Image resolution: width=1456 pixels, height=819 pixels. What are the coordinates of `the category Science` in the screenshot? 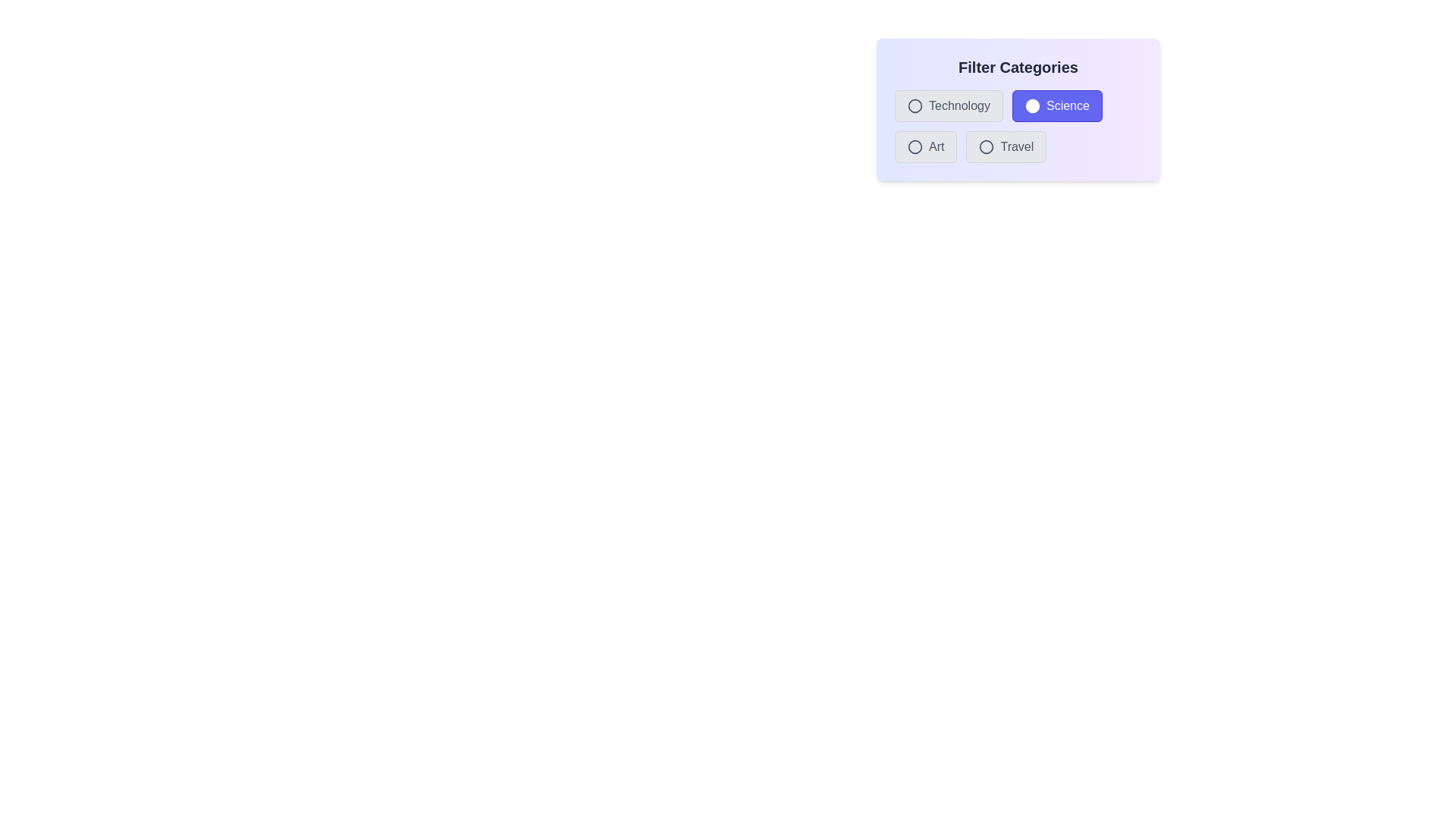 It's located at (1031, 105).